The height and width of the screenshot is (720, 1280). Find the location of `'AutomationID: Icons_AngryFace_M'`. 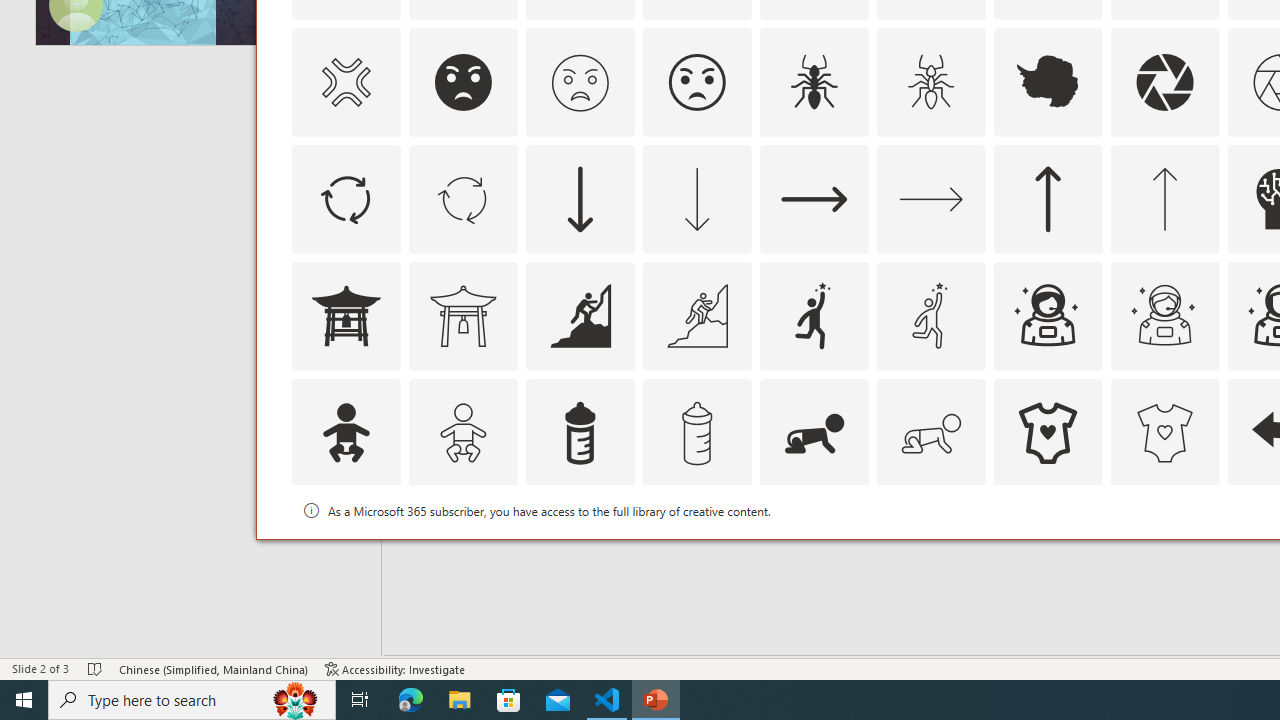

'AutomationID: Icons_AngryFace_M' is located at coordinates (578, 81).